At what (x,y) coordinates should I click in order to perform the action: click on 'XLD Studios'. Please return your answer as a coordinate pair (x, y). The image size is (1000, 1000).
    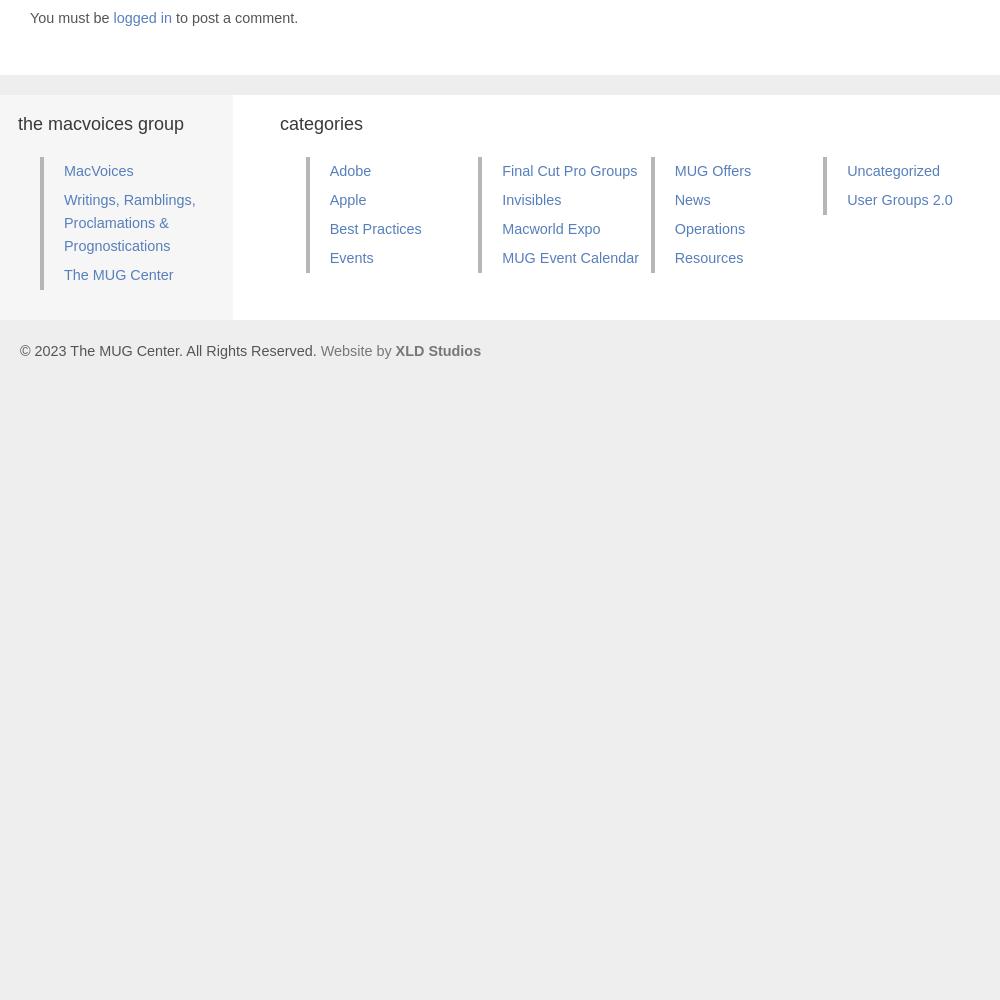
    Looking at the image, I should click on (438, 349).